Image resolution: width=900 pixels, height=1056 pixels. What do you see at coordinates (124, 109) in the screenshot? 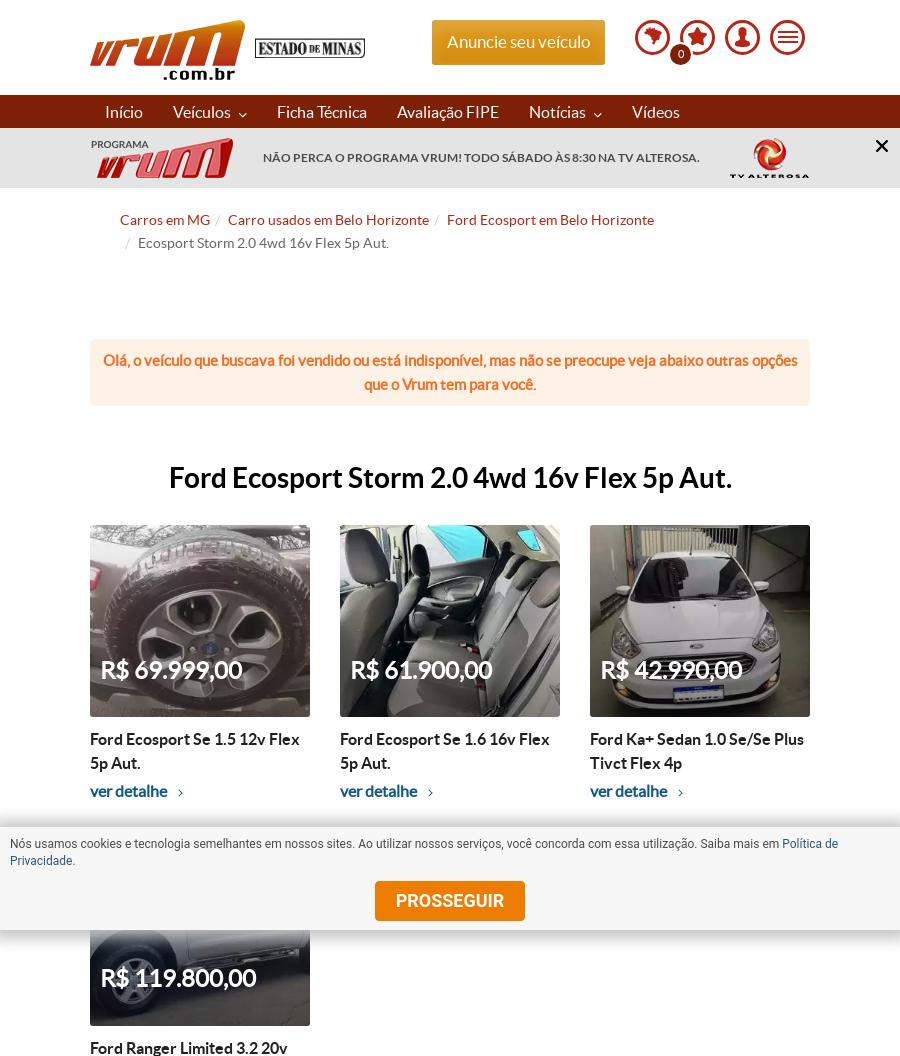
I see `'Início'` at bounding box center [124, 109].